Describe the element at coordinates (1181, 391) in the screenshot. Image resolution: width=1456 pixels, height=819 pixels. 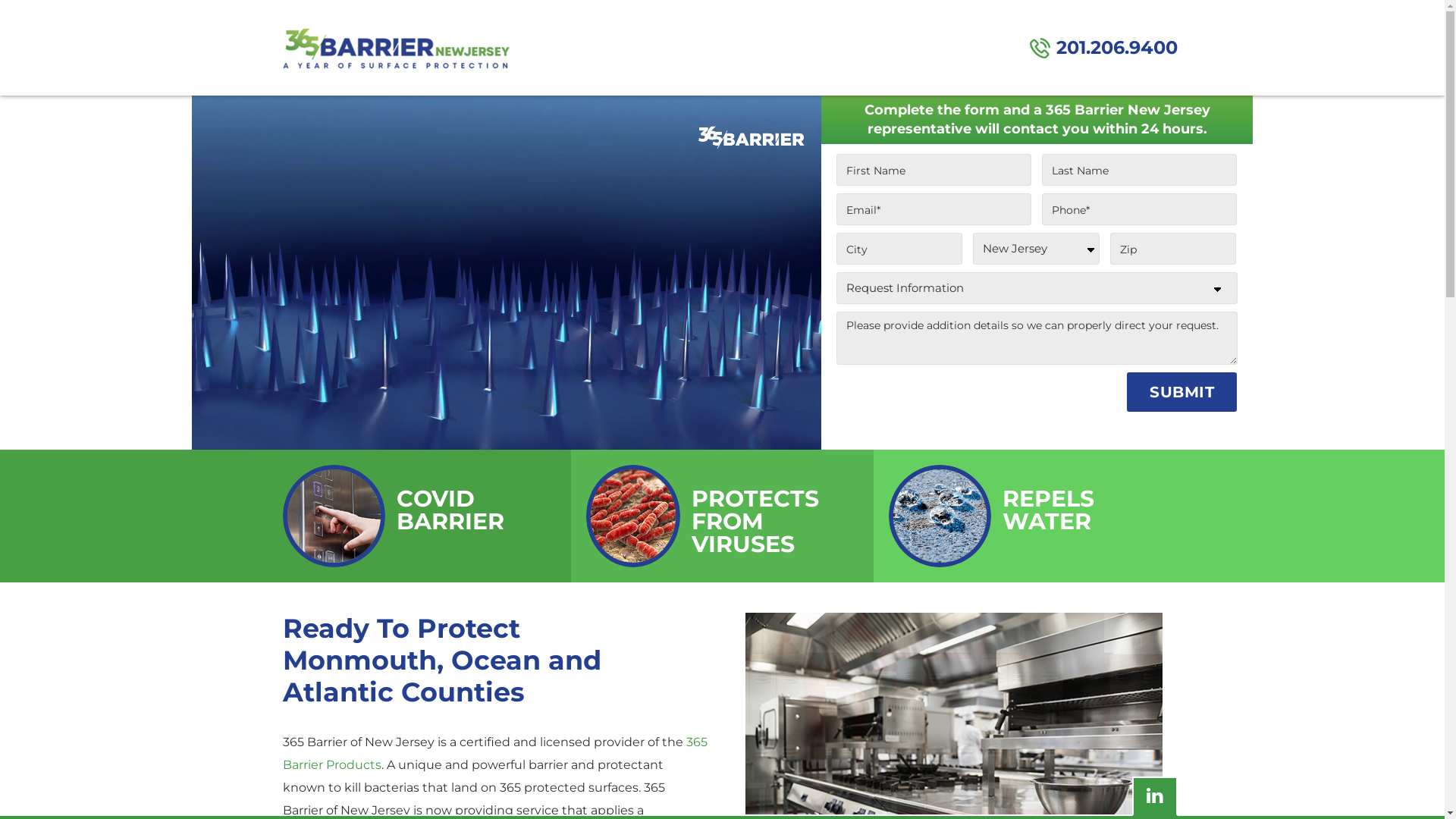
I see `'SUBMIT'` at that location.